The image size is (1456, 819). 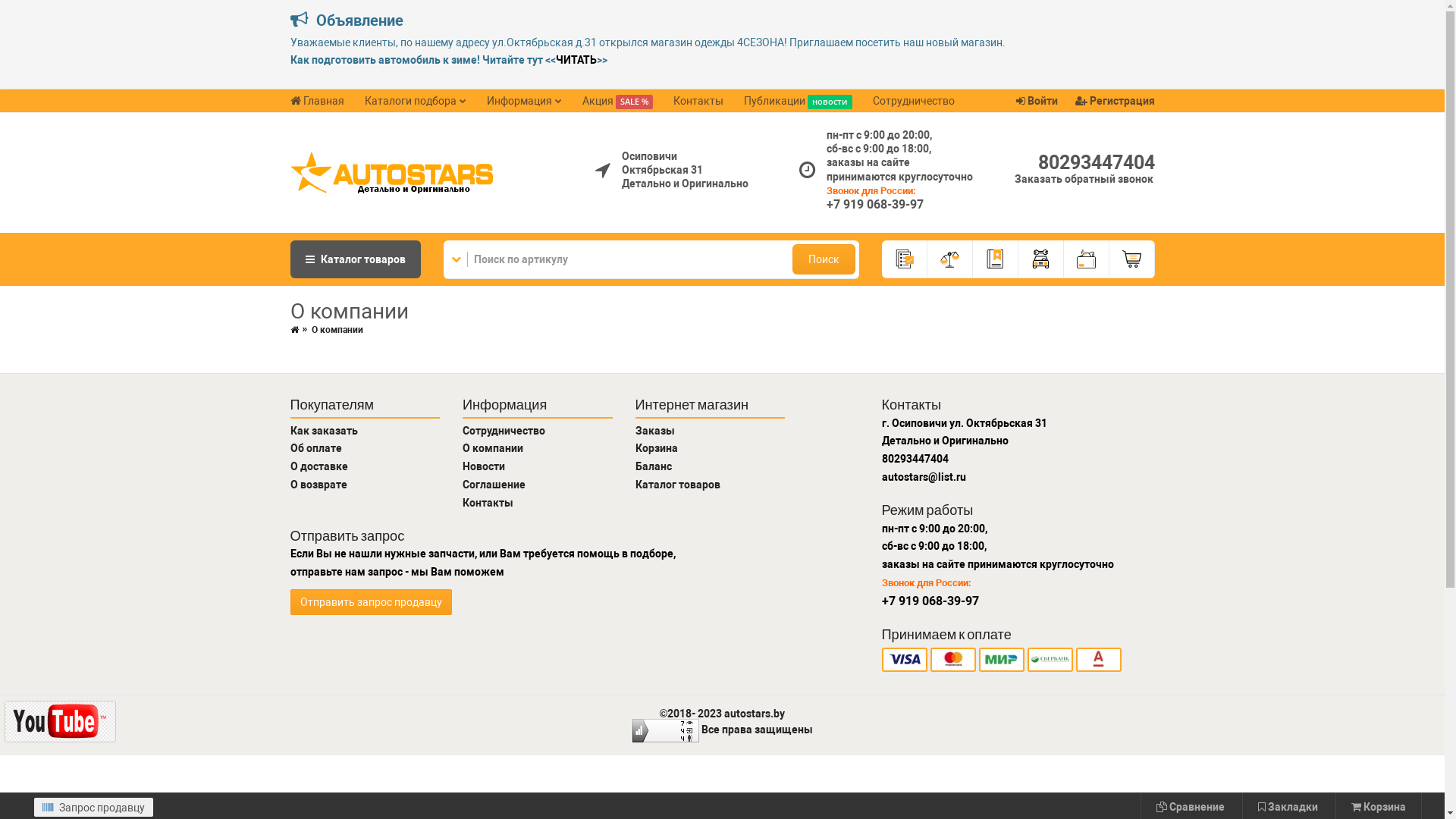 What do you see at coordinates (1095, 162) in the screenshot?
I see `'80293447404'` at bounding box center [1095, 162].